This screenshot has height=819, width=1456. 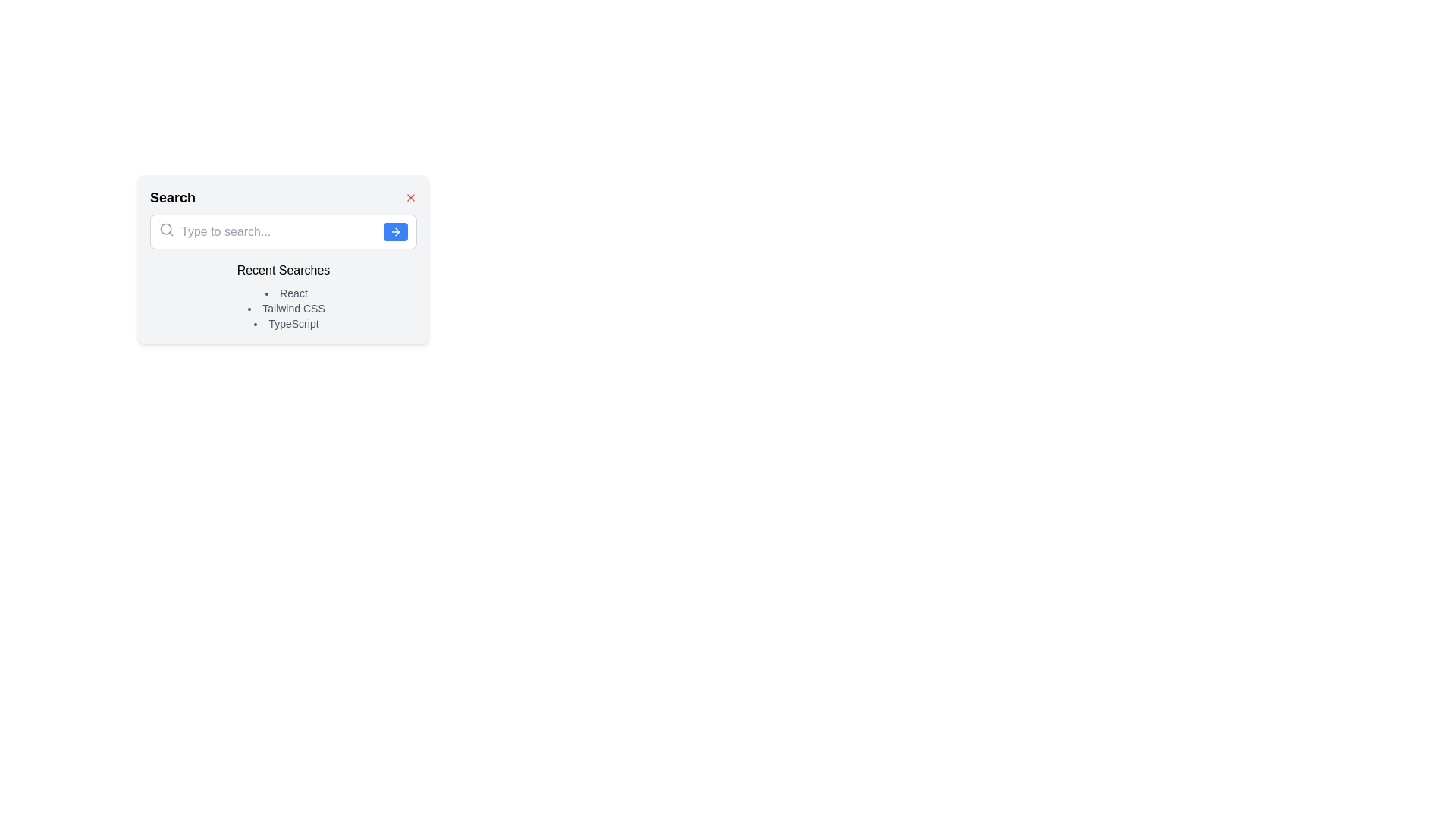 What do you see at coordinates (287, 308) in the screenshot?
I see `the non-interactive label that displays recent search keywords, specifically the second item in the list under 'Recent Searches'` at bounding box center [287, 308].